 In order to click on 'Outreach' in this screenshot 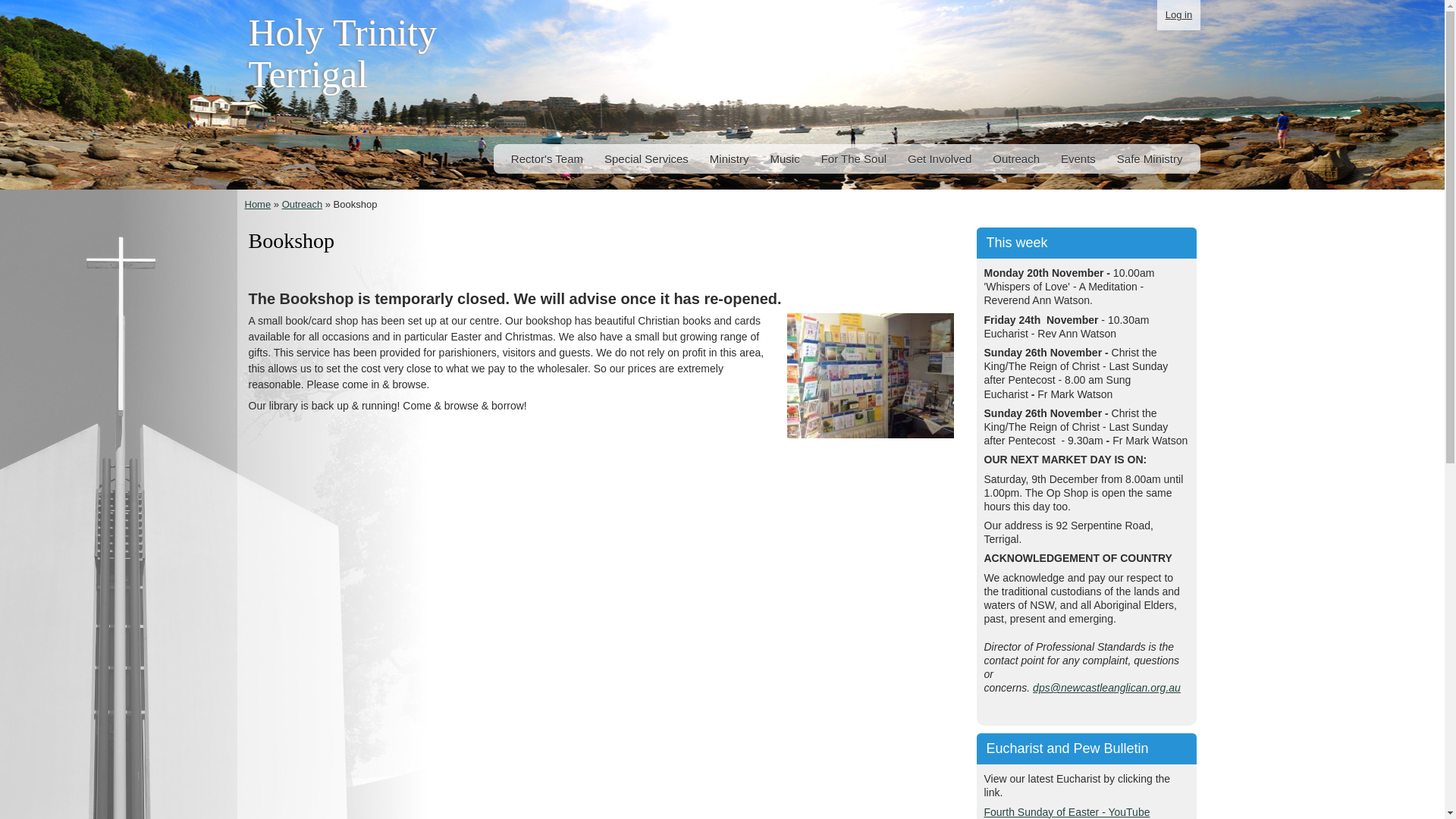, I will do `click(989, 158)`.